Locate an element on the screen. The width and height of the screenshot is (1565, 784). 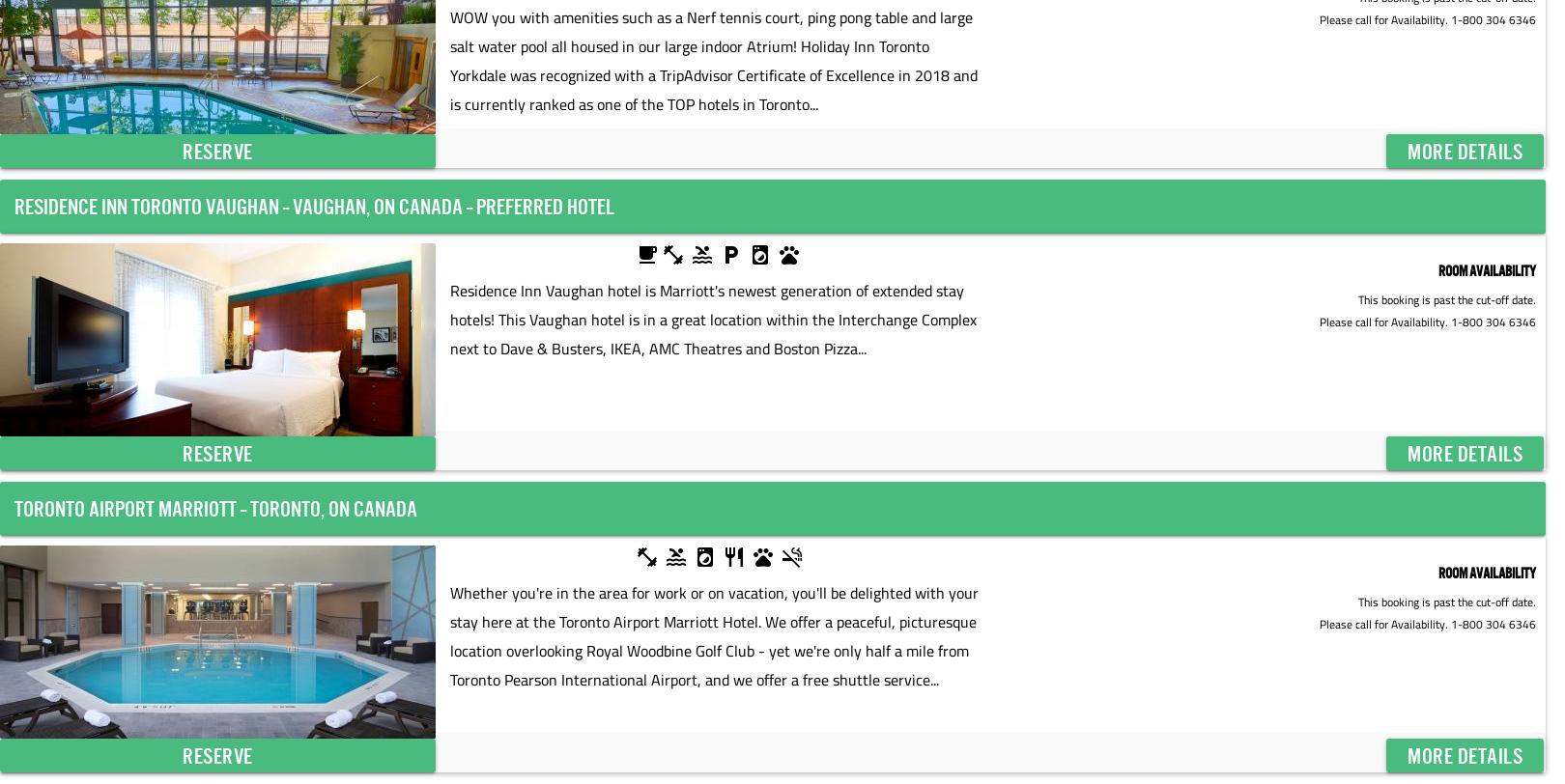
'Hot Breakfast' is located at coordinates (720, 257).